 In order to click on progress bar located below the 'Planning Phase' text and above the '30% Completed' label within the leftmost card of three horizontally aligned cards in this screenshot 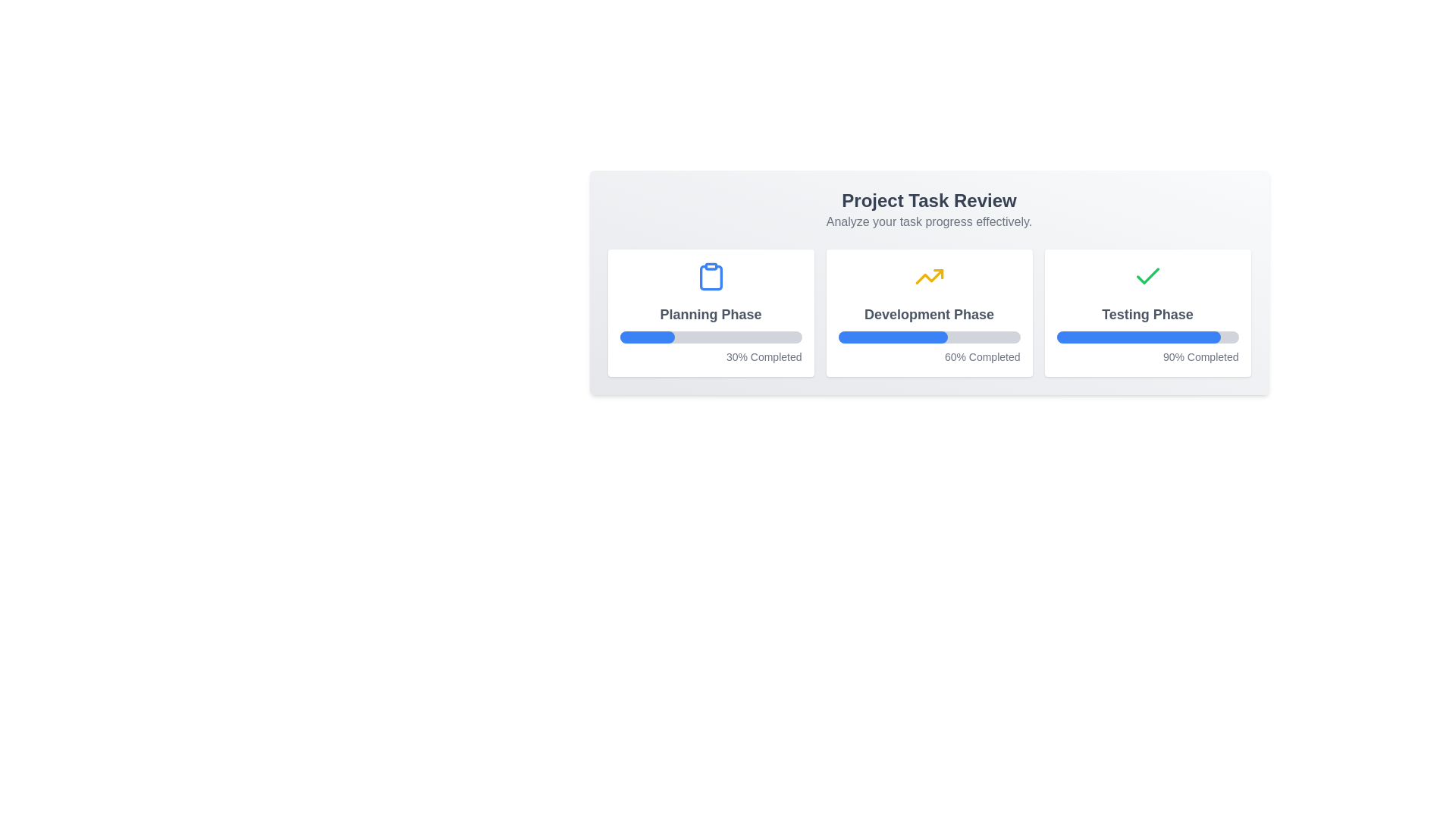, I will do `click(710, 336)`.